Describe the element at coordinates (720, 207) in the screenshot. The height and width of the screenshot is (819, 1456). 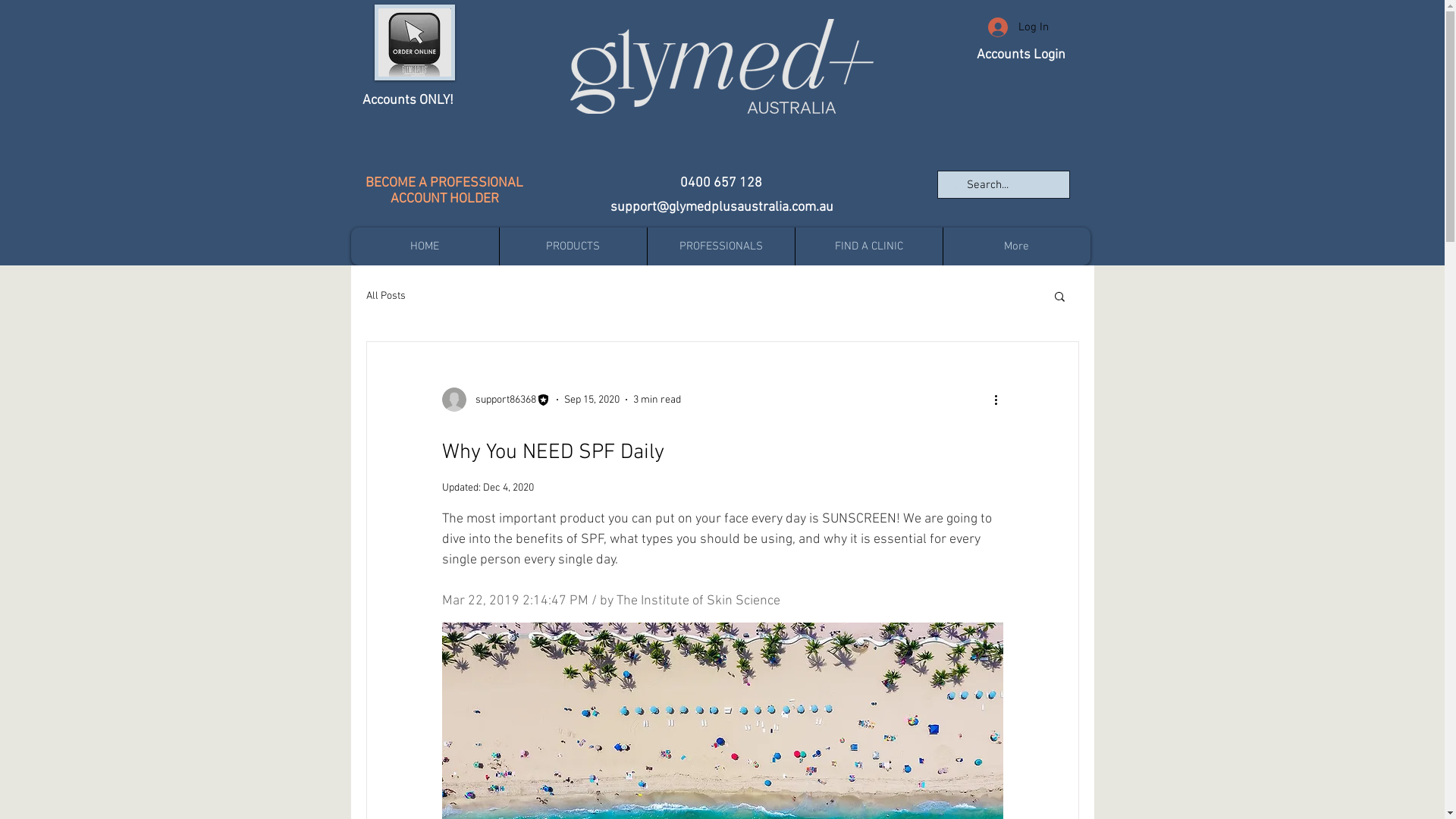
I see `'support@glymedplusaustralia.com.au'` at that location.